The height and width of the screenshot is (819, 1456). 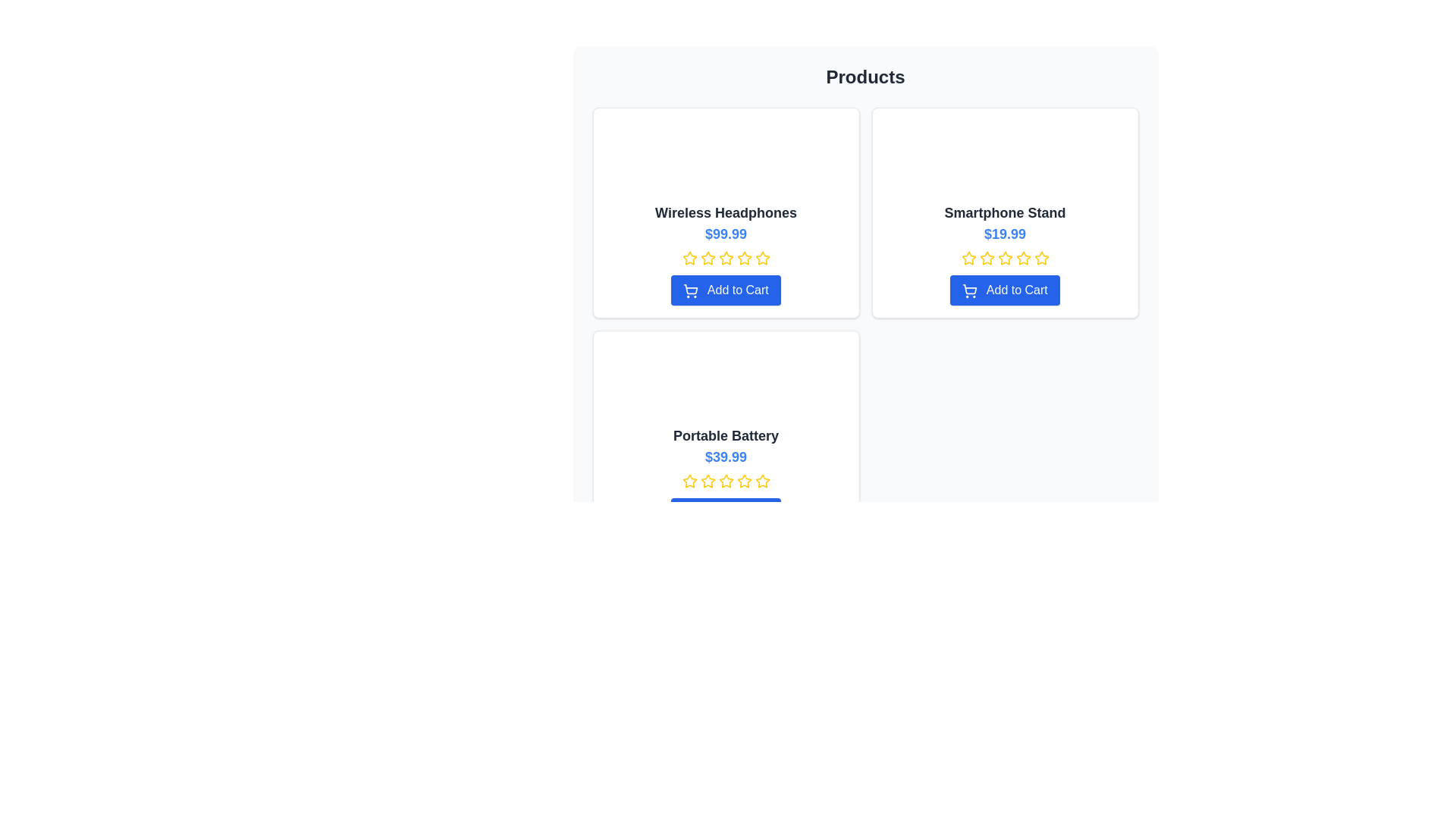 What do you see at coordinates (1005, 234) in the screenshot?
I see `the text displaying '$19.99' in bold blue font located in the second card under the 'Products' header, positioned below 'Smartphone Stand'` at bounding box center [1005, 234].